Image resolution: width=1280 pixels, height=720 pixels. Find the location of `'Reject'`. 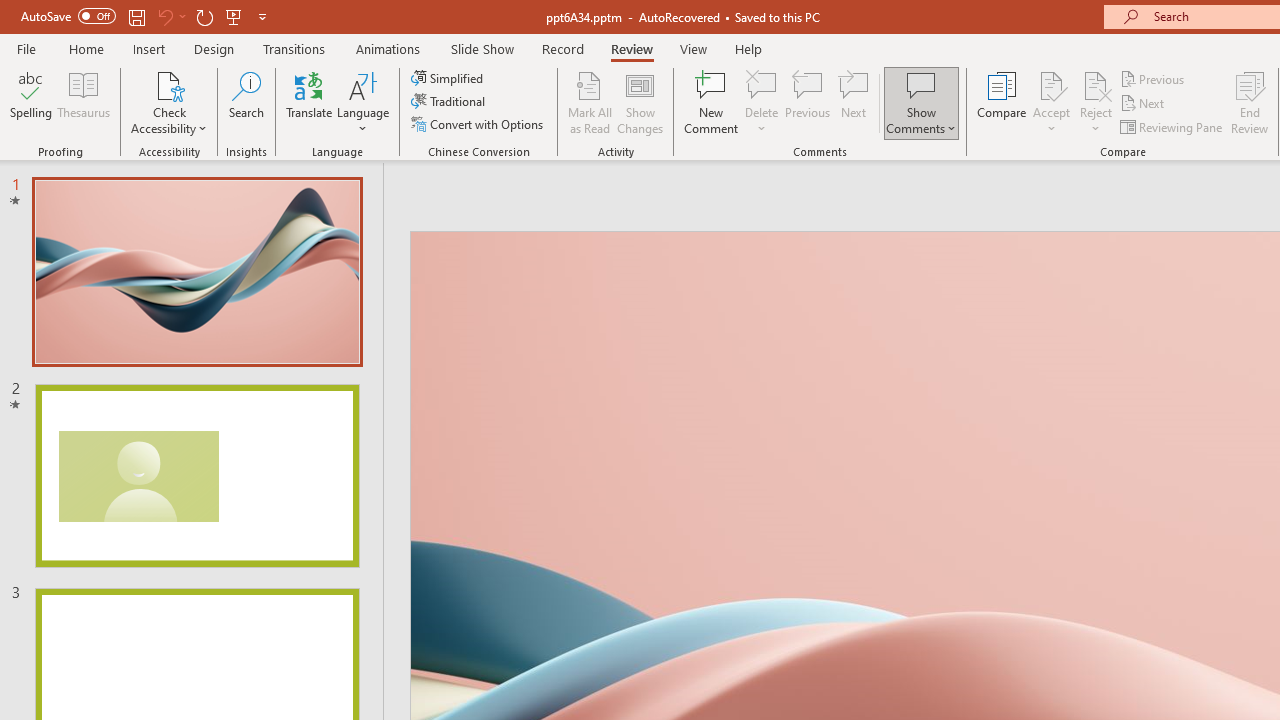

'Reject' is located at coordinates (1095, 103).